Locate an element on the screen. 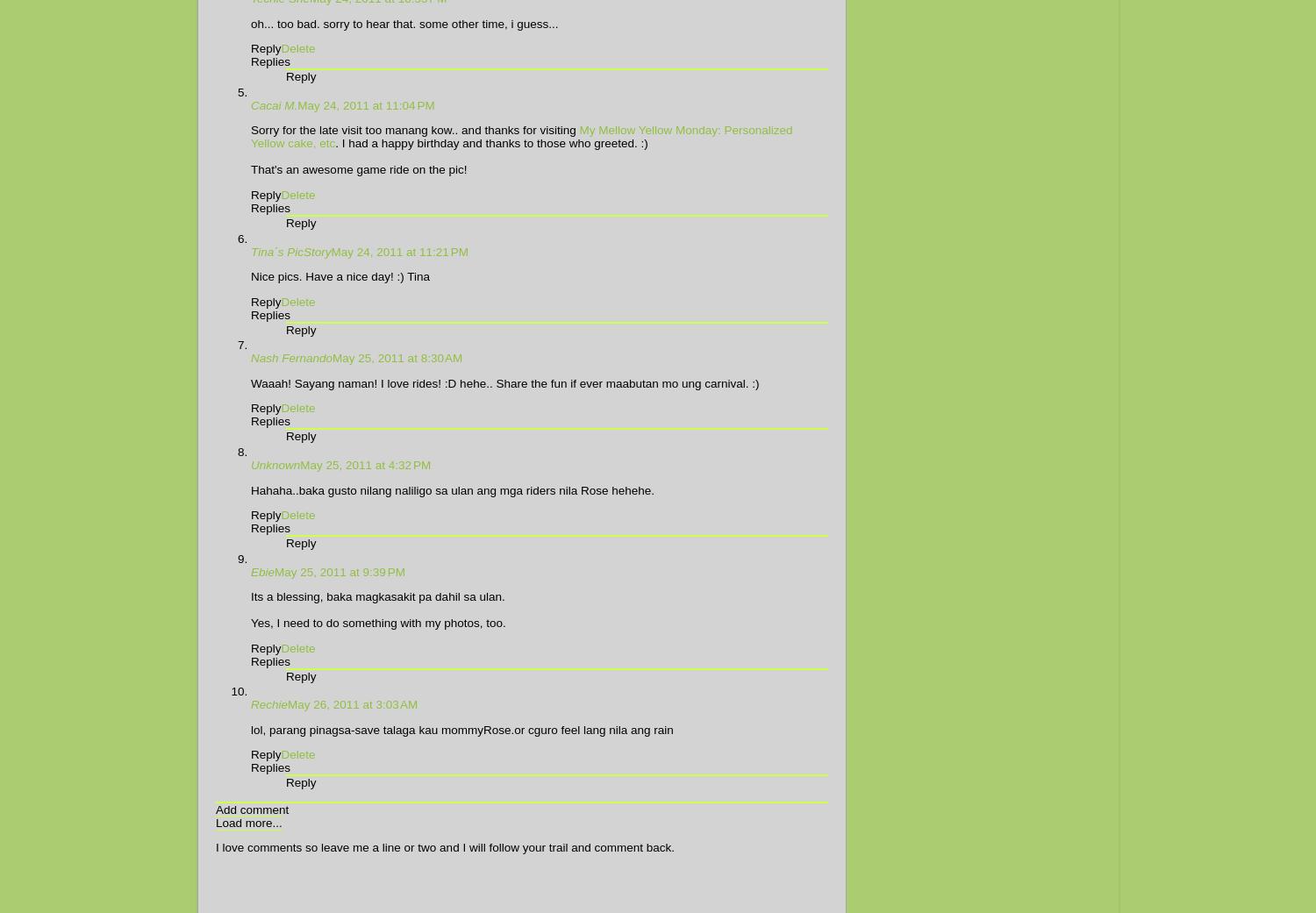 The height and width of the screenshot is (913, 1316). 'Add comment' is located at coordinates (252, 808).